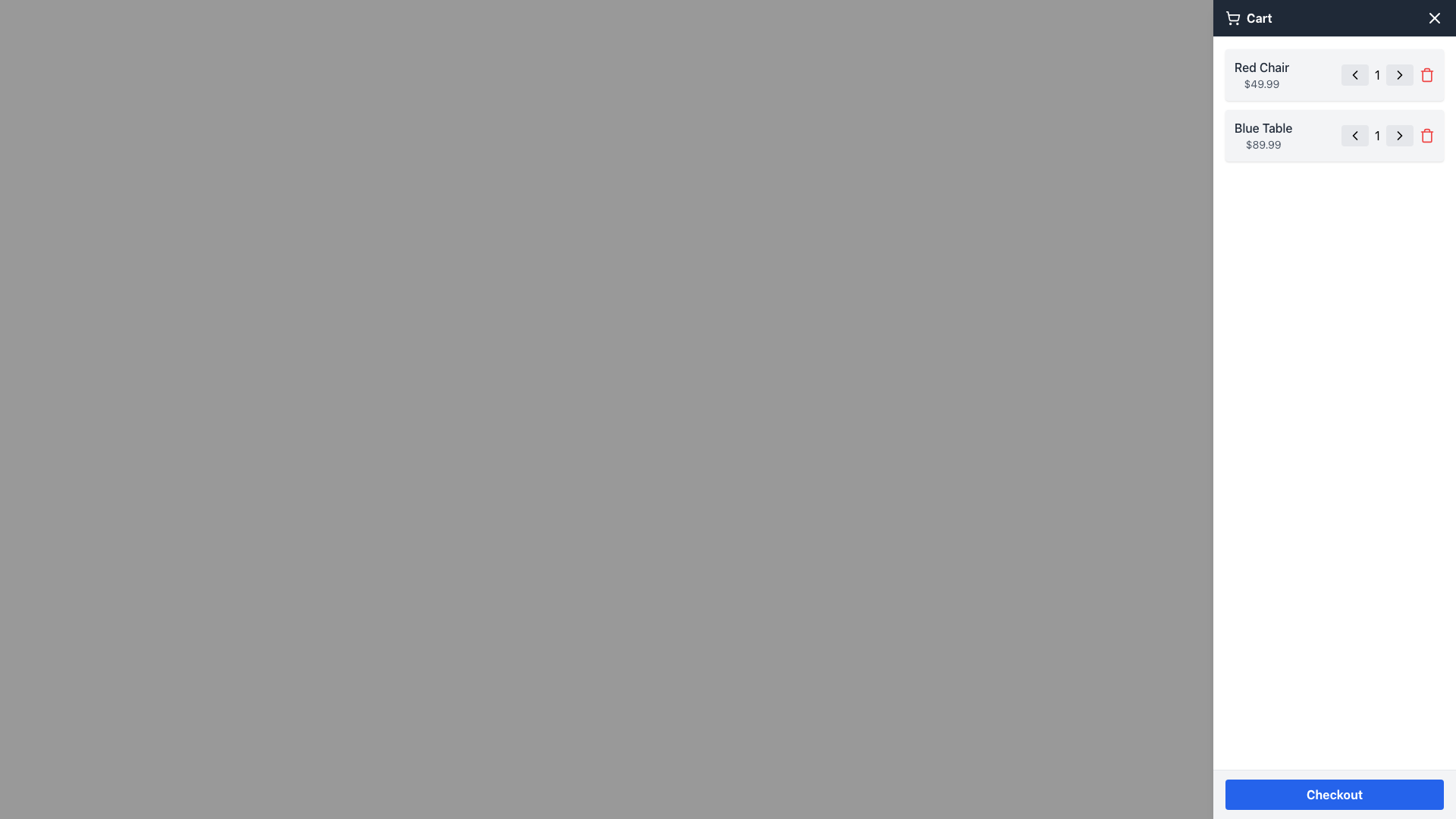 Image resolution: width=1456 pixels, height=819 pixels. I want to click on the icon button located at the right end of the second row of entries in the cart section, so click(1426, 75).